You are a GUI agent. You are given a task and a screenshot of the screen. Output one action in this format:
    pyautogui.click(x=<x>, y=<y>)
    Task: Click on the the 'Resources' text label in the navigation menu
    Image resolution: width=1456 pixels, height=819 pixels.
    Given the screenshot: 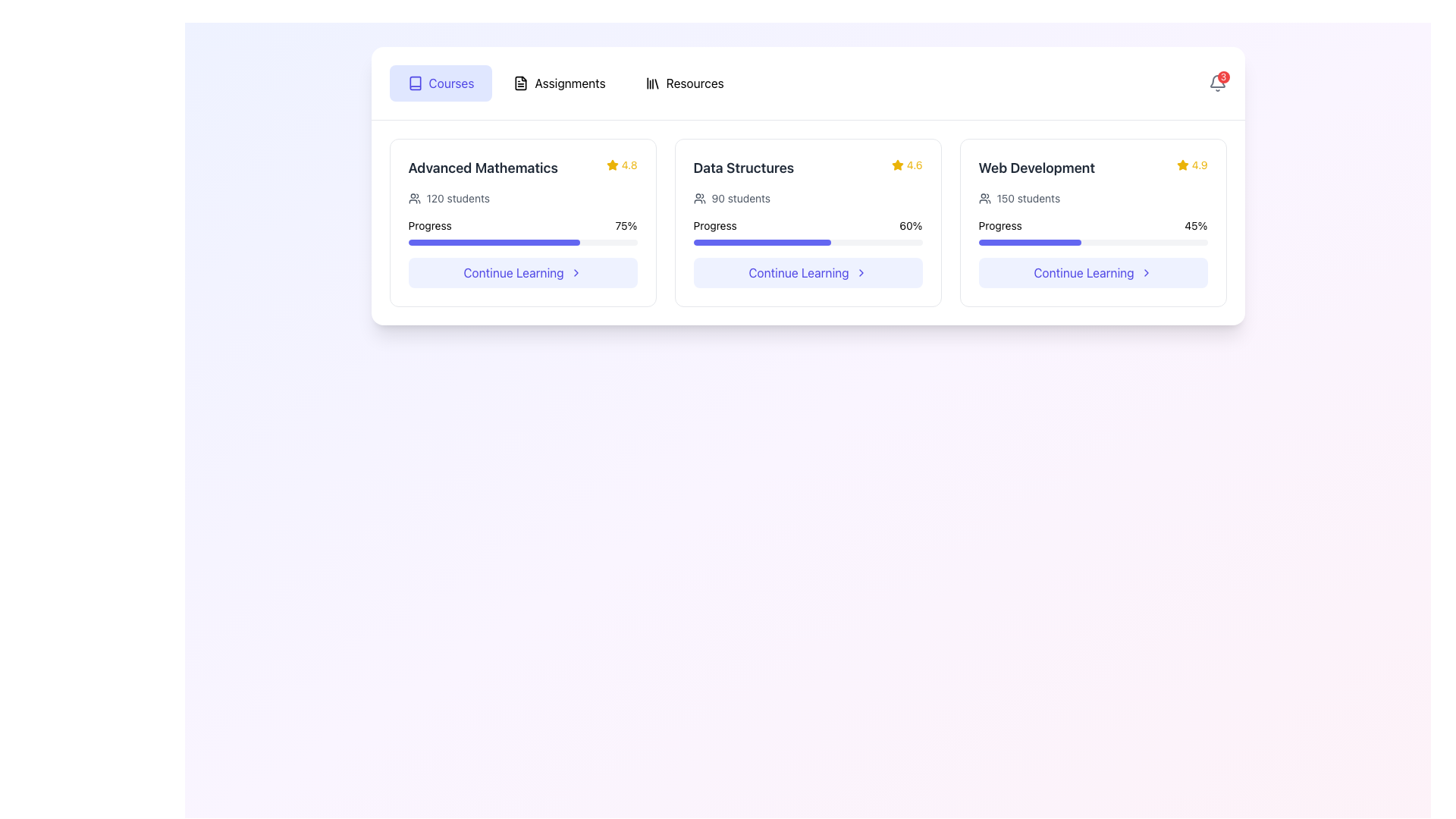 What is the action you would take?
    pyautogui.click(x=694, y=83)
    